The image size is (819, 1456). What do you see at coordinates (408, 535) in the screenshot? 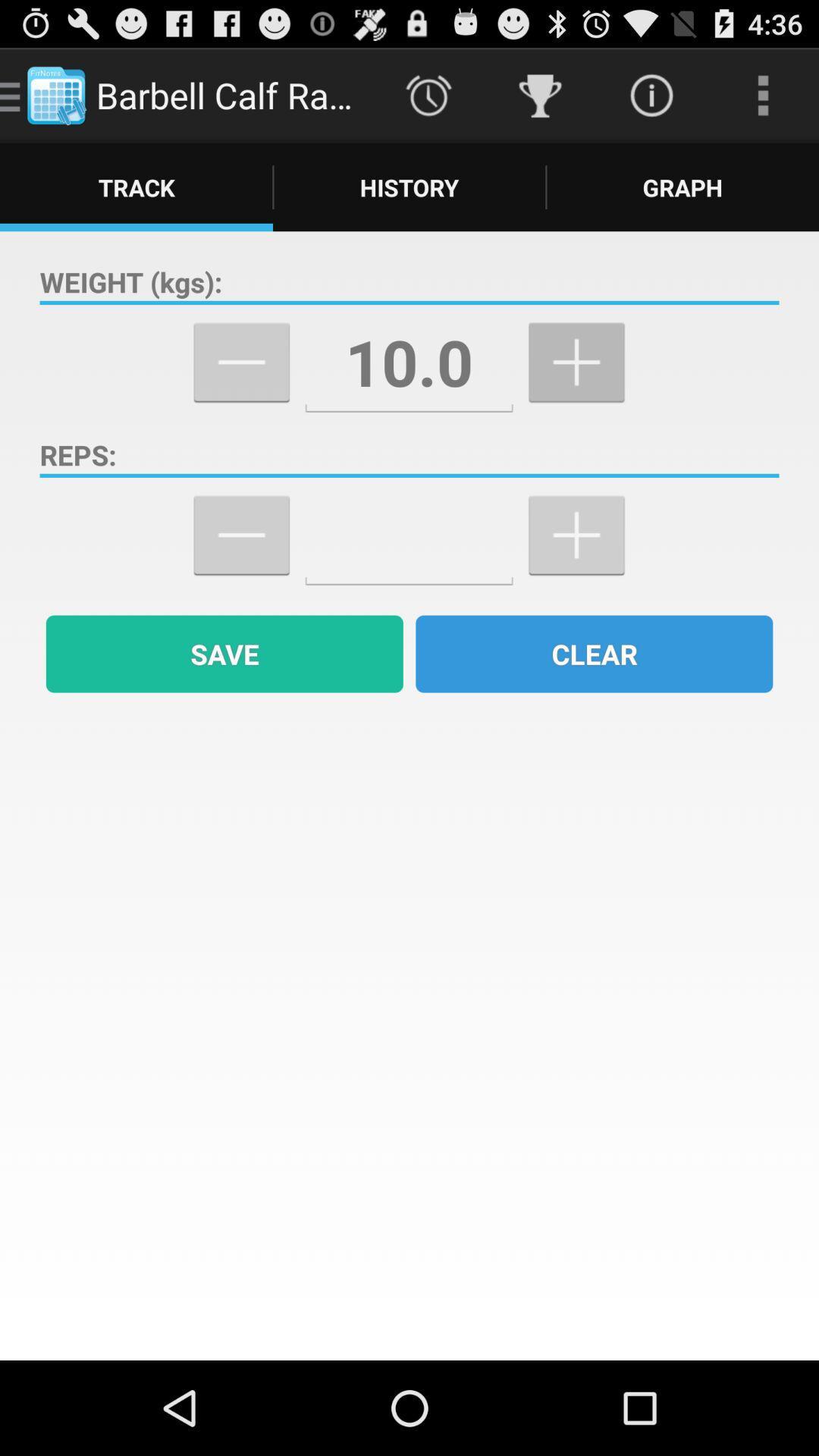
I see `number of repetitions` at bounding box center [408, 535].